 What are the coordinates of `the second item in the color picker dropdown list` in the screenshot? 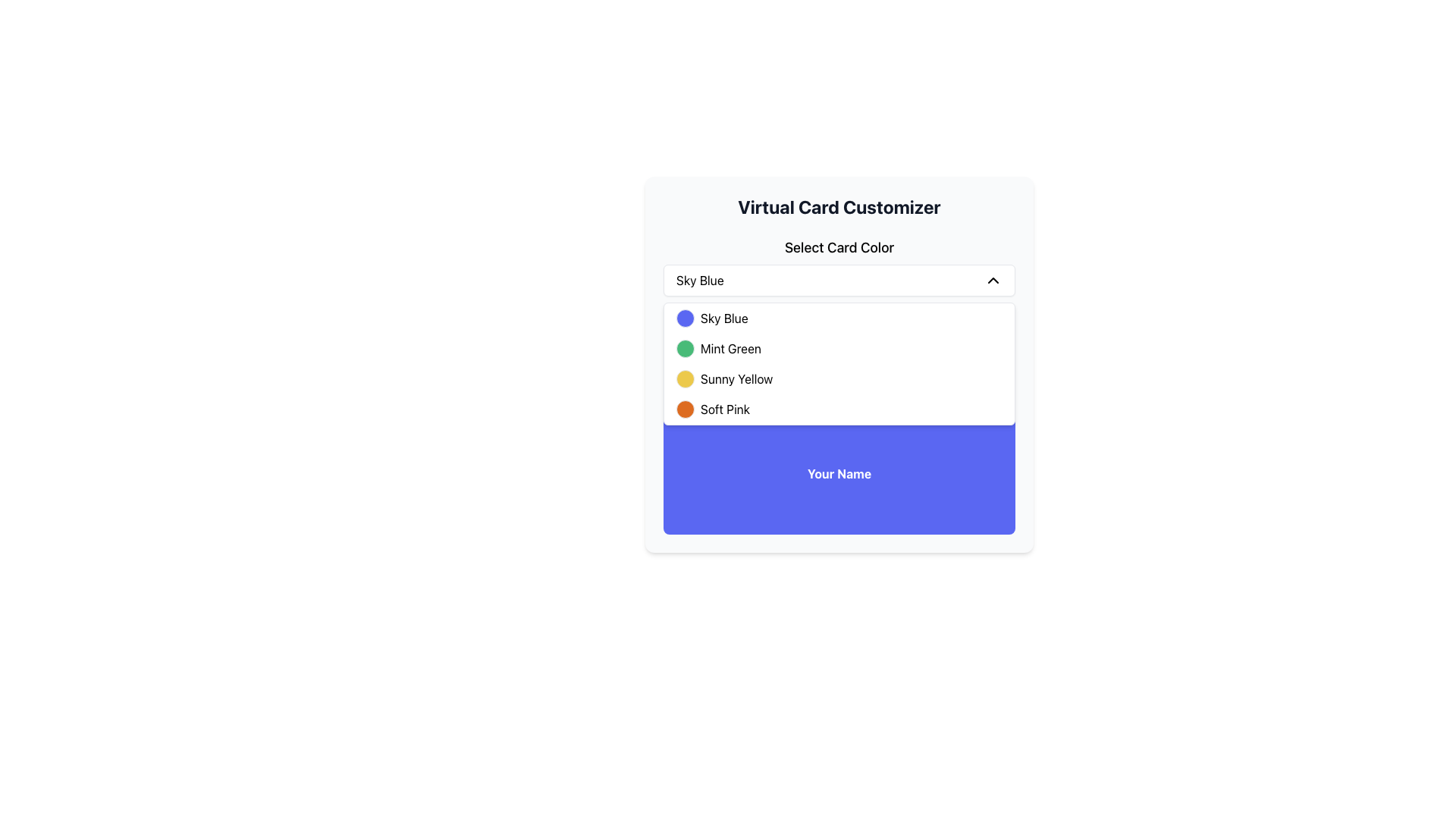 It's located at (839, 348).